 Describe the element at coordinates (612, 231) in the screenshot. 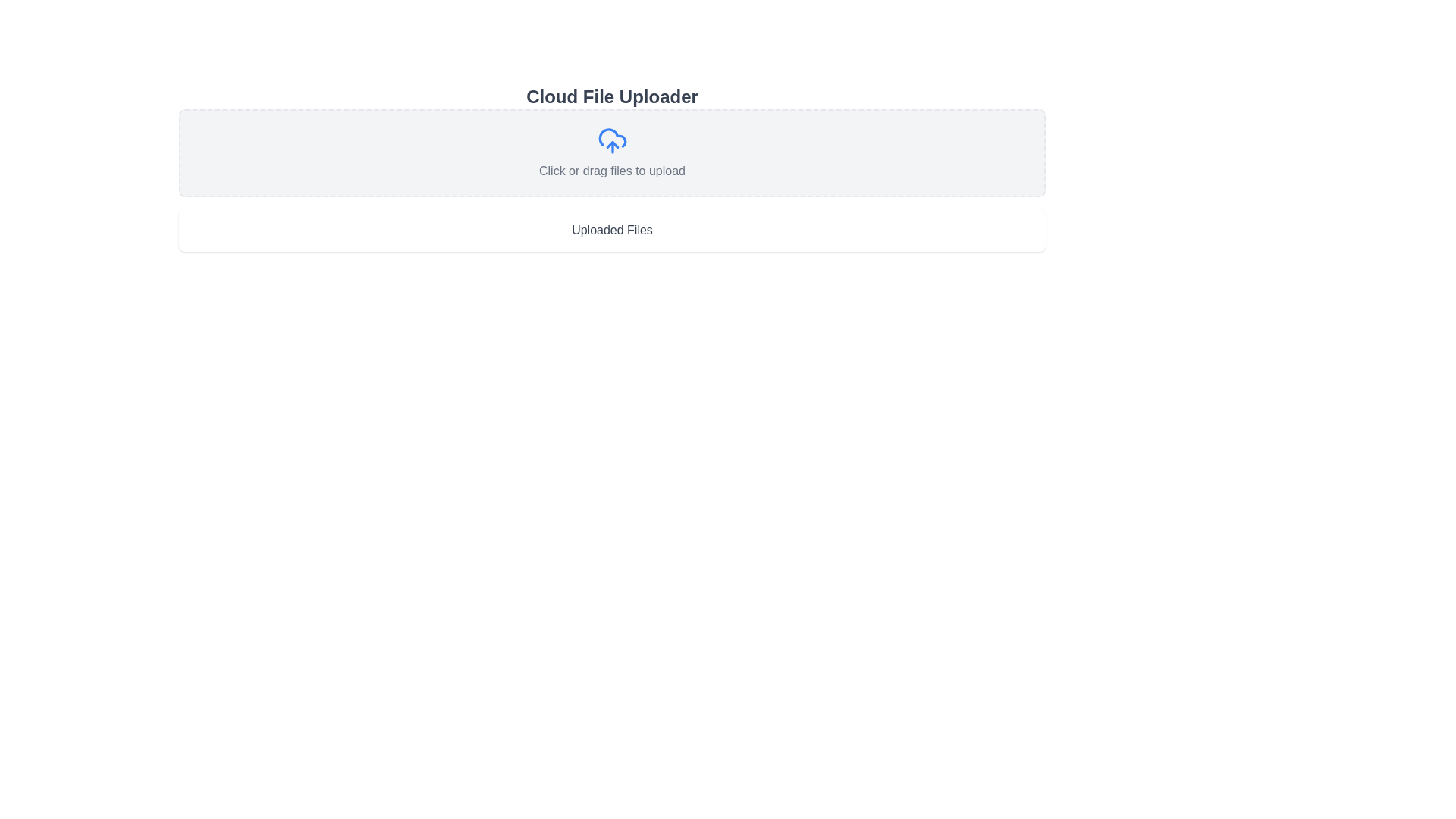

I see `the 'Uploaded Files' text label, which is styled with medium font weight and gray color, located below the 'Cloud File Uploader' section` at that location.